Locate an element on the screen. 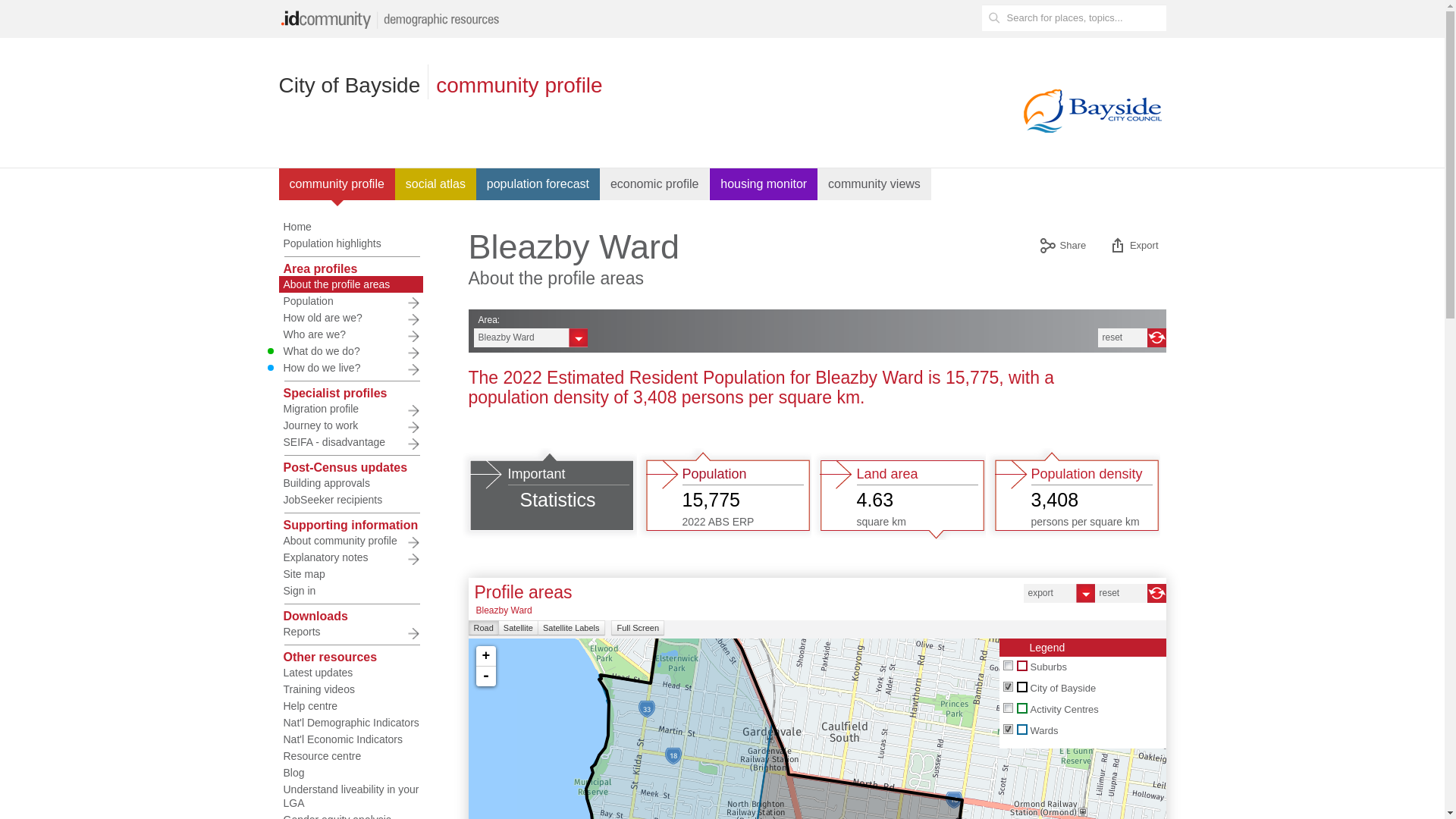 The image size is (1456, 819). 'Road' is located at coordinates (468, 628).